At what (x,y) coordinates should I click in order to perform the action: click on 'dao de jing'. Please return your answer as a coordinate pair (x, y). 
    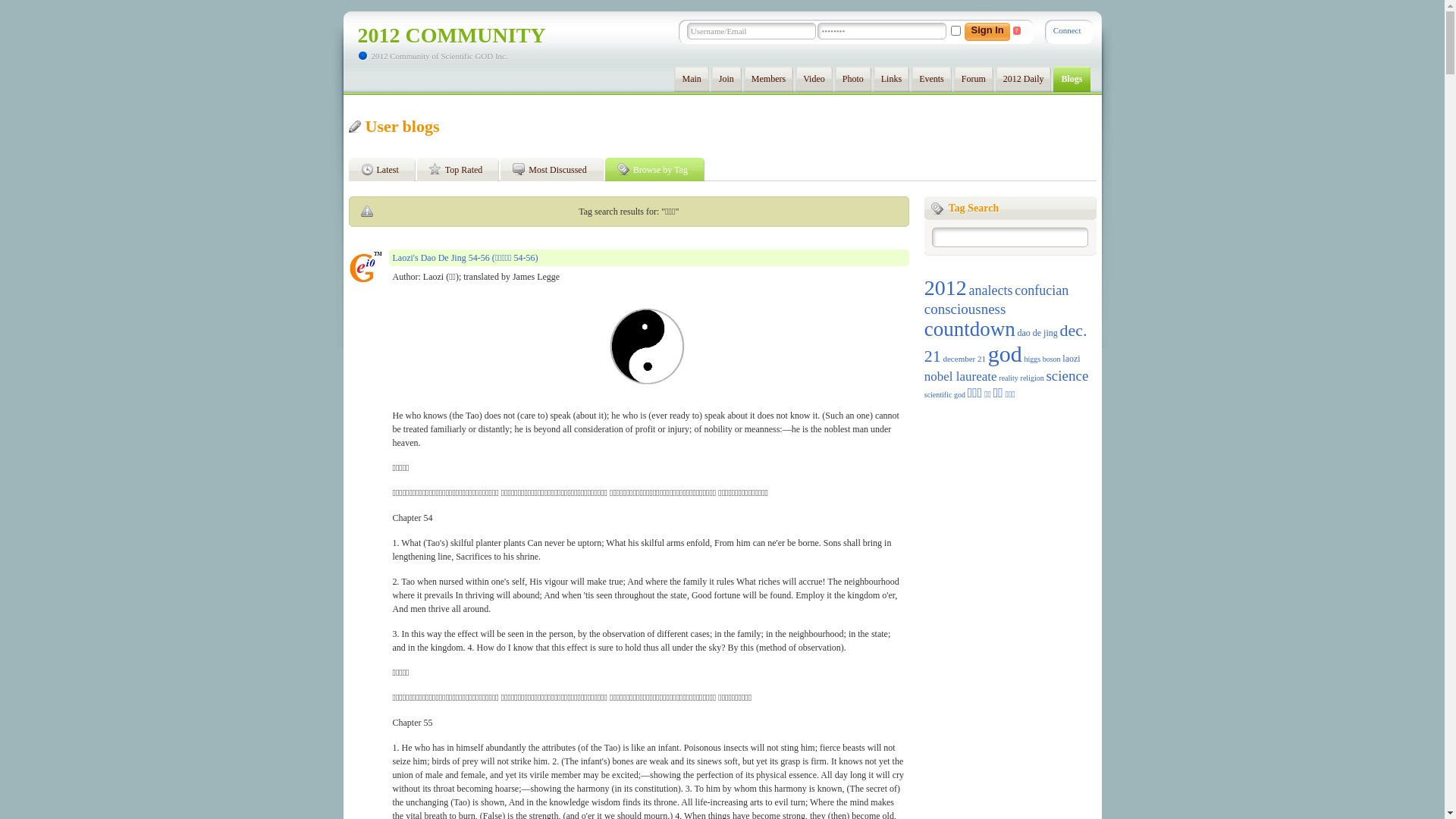
    Looking at the image, I should click on (1036, 332).